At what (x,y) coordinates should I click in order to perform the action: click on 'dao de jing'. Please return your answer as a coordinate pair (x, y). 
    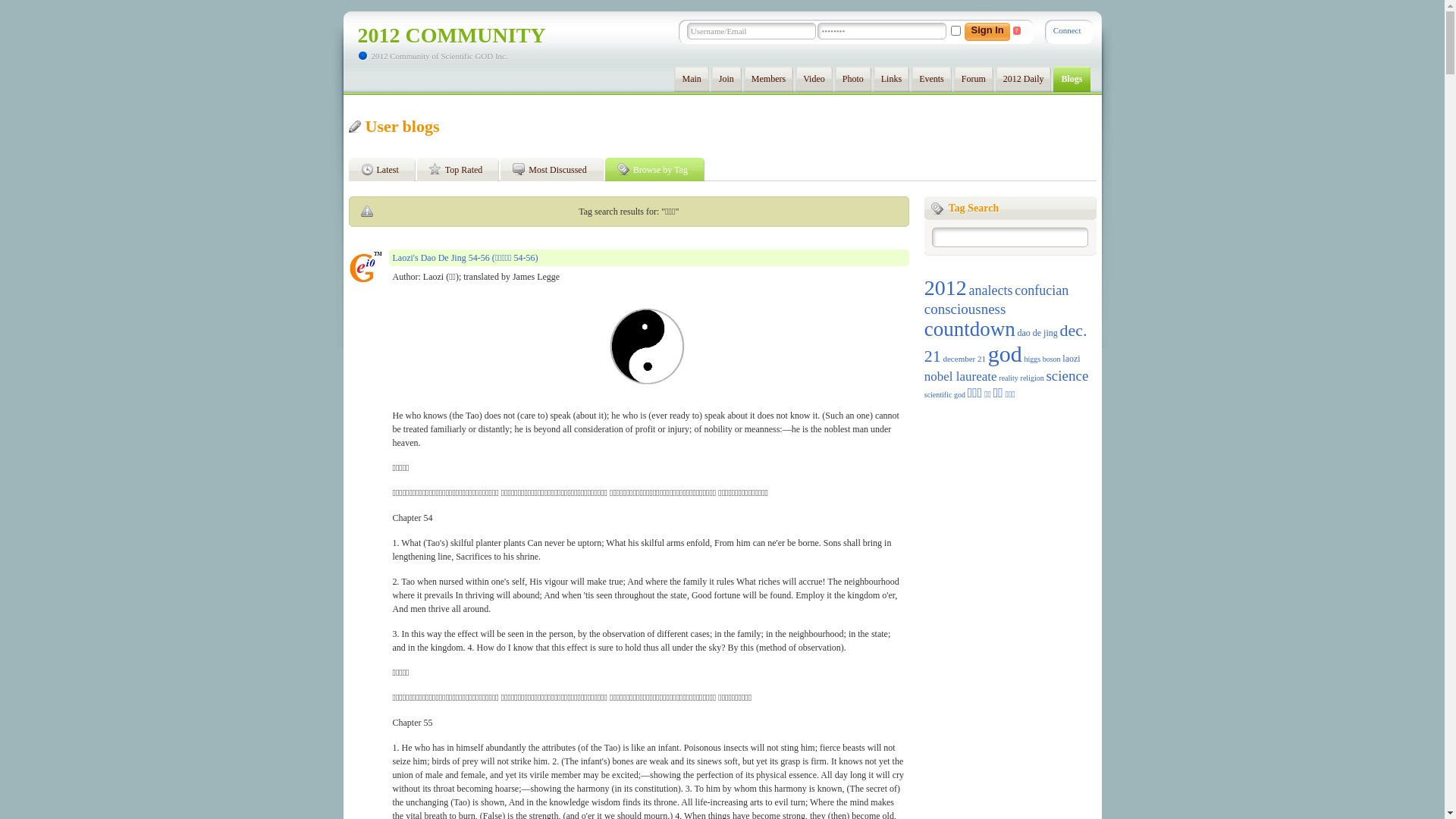
    Looking at the image, I should click on (1036, 332).